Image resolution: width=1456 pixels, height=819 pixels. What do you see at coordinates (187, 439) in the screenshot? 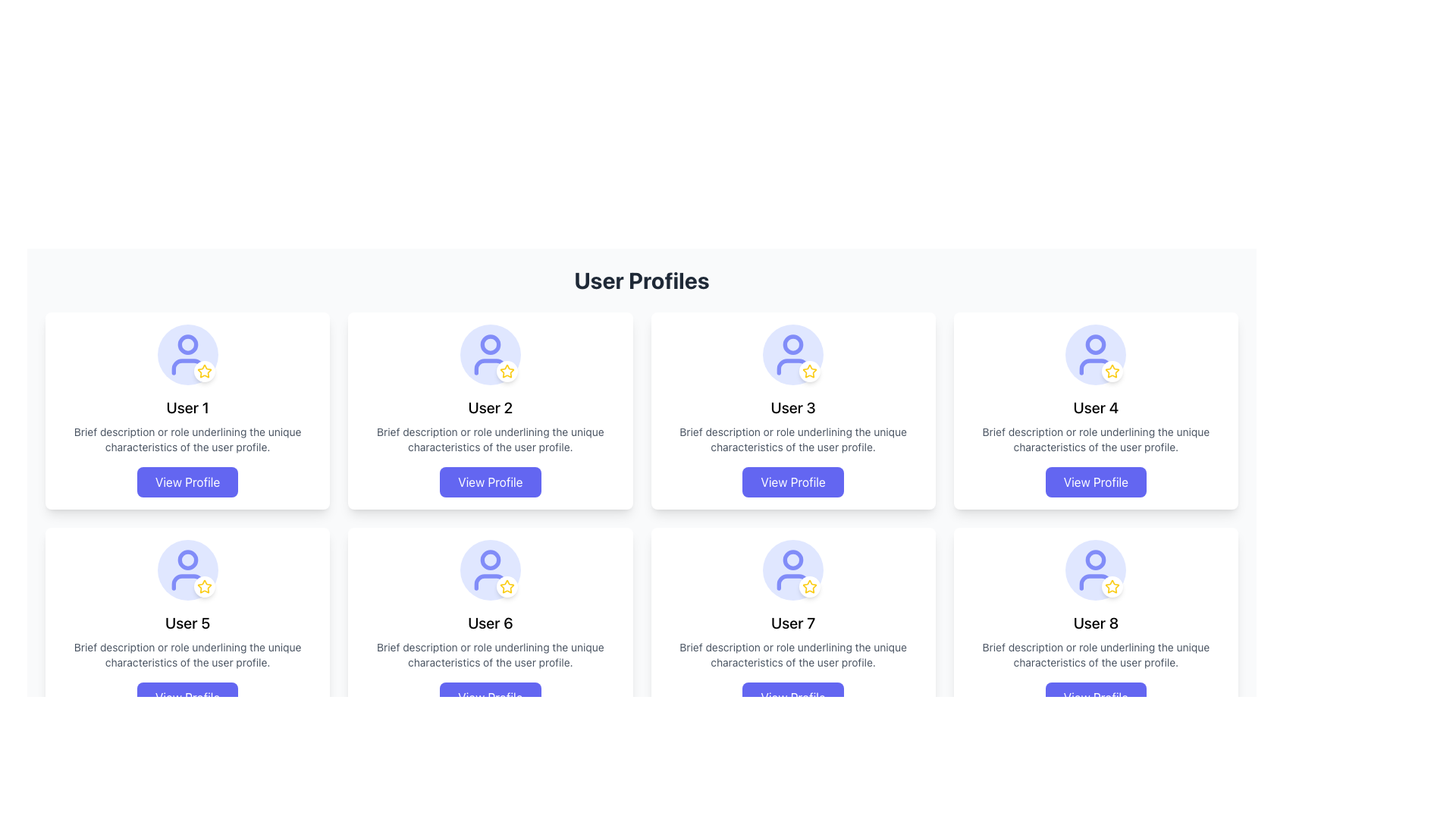
I see `the text element that provides a brief description of 'User 1' within the user profile card, which is in a small, gray font and positioned below the 'User 1' title and avatar icon` at bounding box center [187, 439].